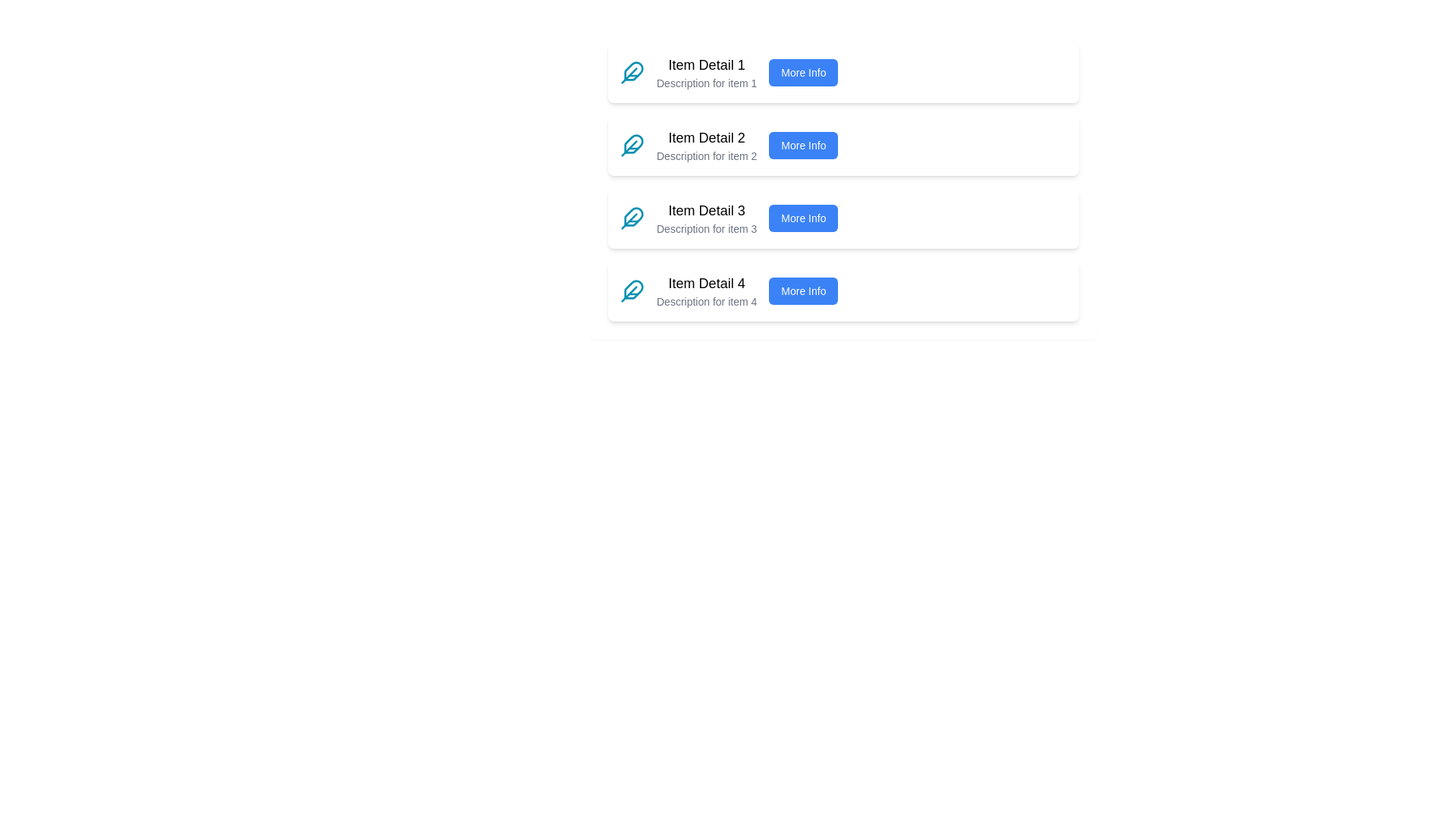 Image resolution: width=1456 pixels, height=819 pixels. I want to click on the button located on the right side of the 'Item Detail 2' section, so click(802, 146).